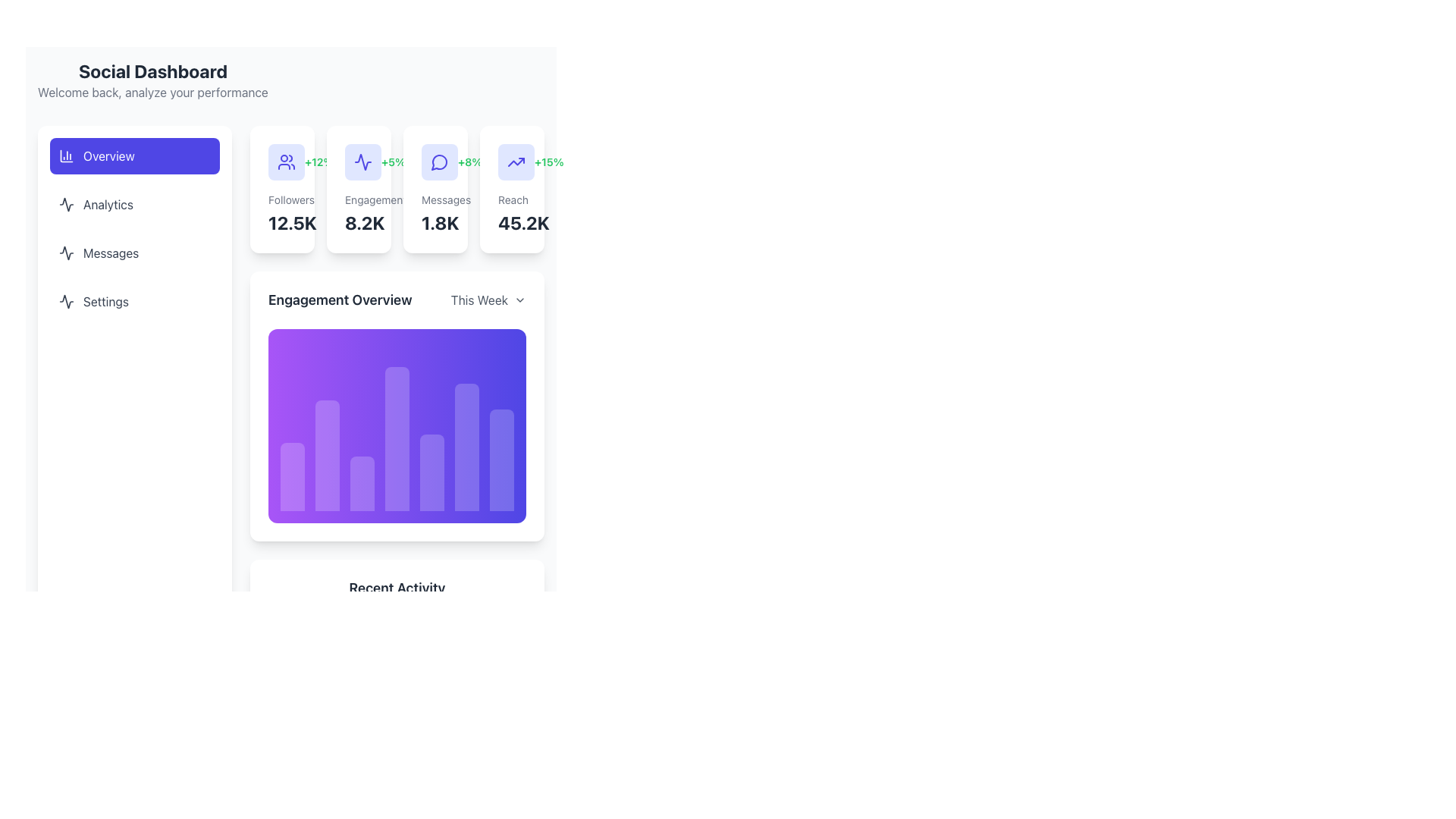  What do you see at coordinates (152, 80) in the screenshot?
I see `text content 'Social Dashboard' and 'Welcome back, analyze your performance' located prominently at the top left of the page` at bounding box center [152, 80].